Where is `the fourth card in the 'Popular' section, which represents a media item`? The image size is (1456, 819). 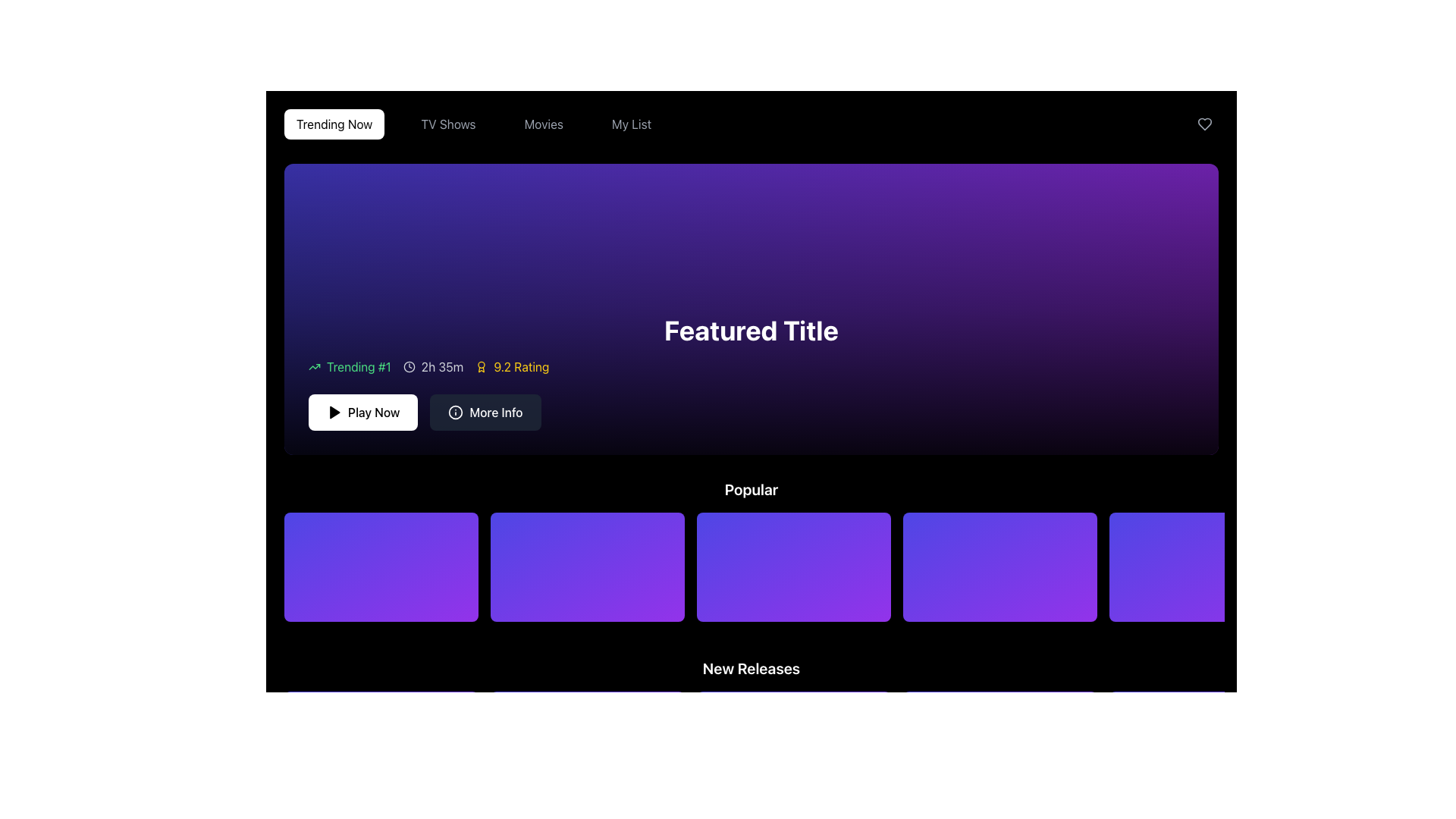 the fourth card in the 'Popular' section, which represents a media item is located at coordinates (1000, 567).